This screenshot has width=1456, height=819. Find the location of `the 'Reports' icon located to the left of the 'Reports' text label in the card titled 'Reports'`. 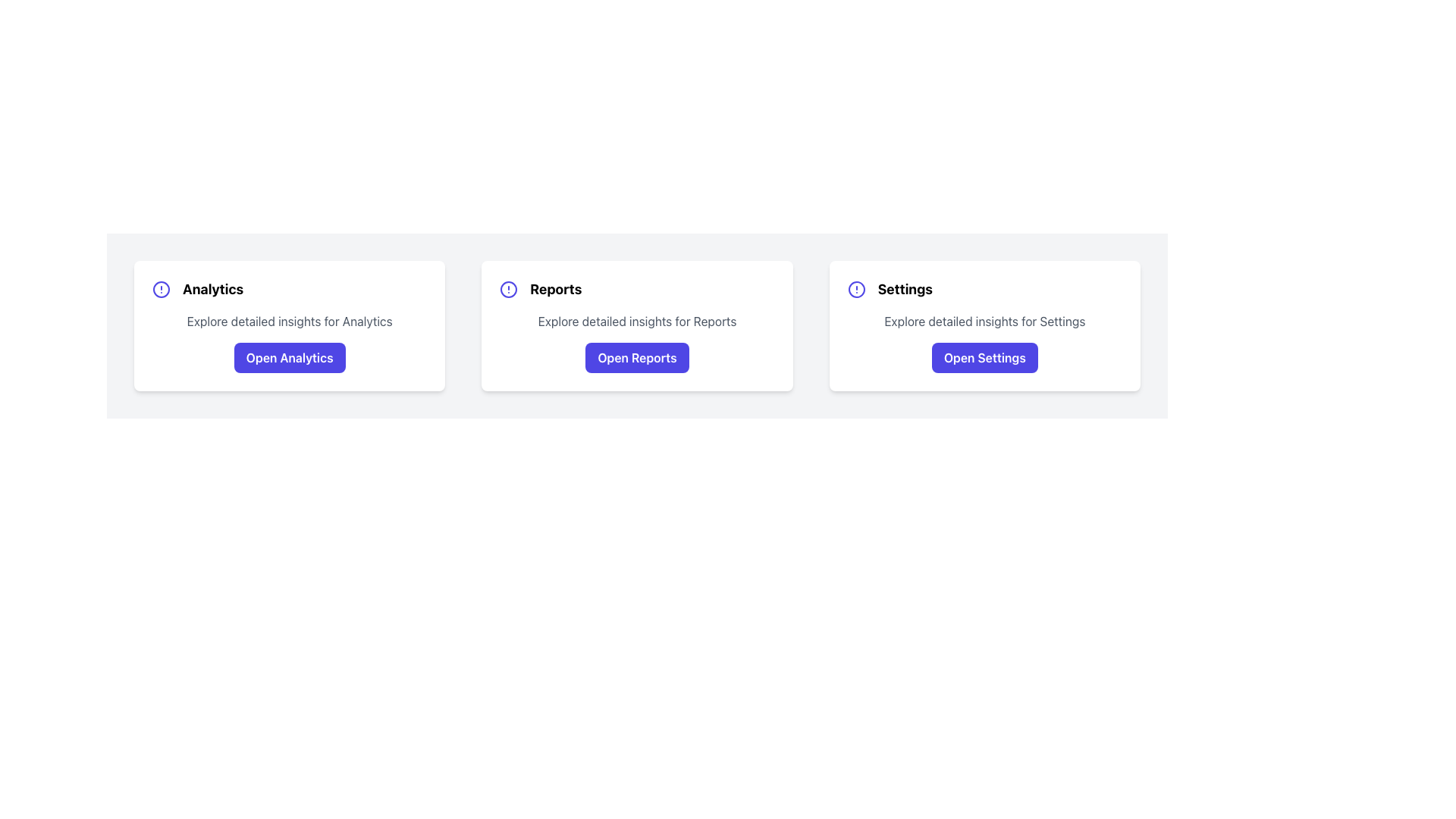

the 'Reports' icon located to the left of the 'Reports' text label in the card titled 'Reports' is located at coordinates (509, 289).